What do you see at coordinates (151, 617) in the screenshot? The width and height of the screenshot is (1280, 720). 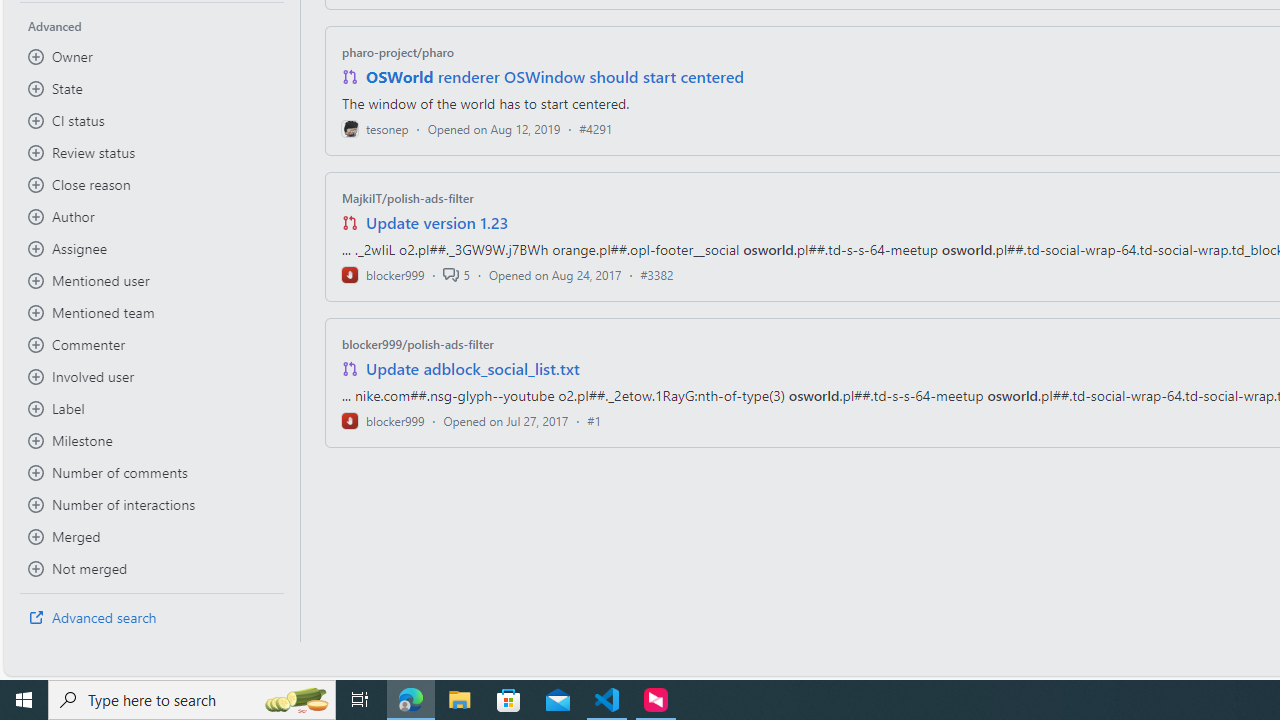 I see `'Advanced search'` at bounding box center [151, 617].